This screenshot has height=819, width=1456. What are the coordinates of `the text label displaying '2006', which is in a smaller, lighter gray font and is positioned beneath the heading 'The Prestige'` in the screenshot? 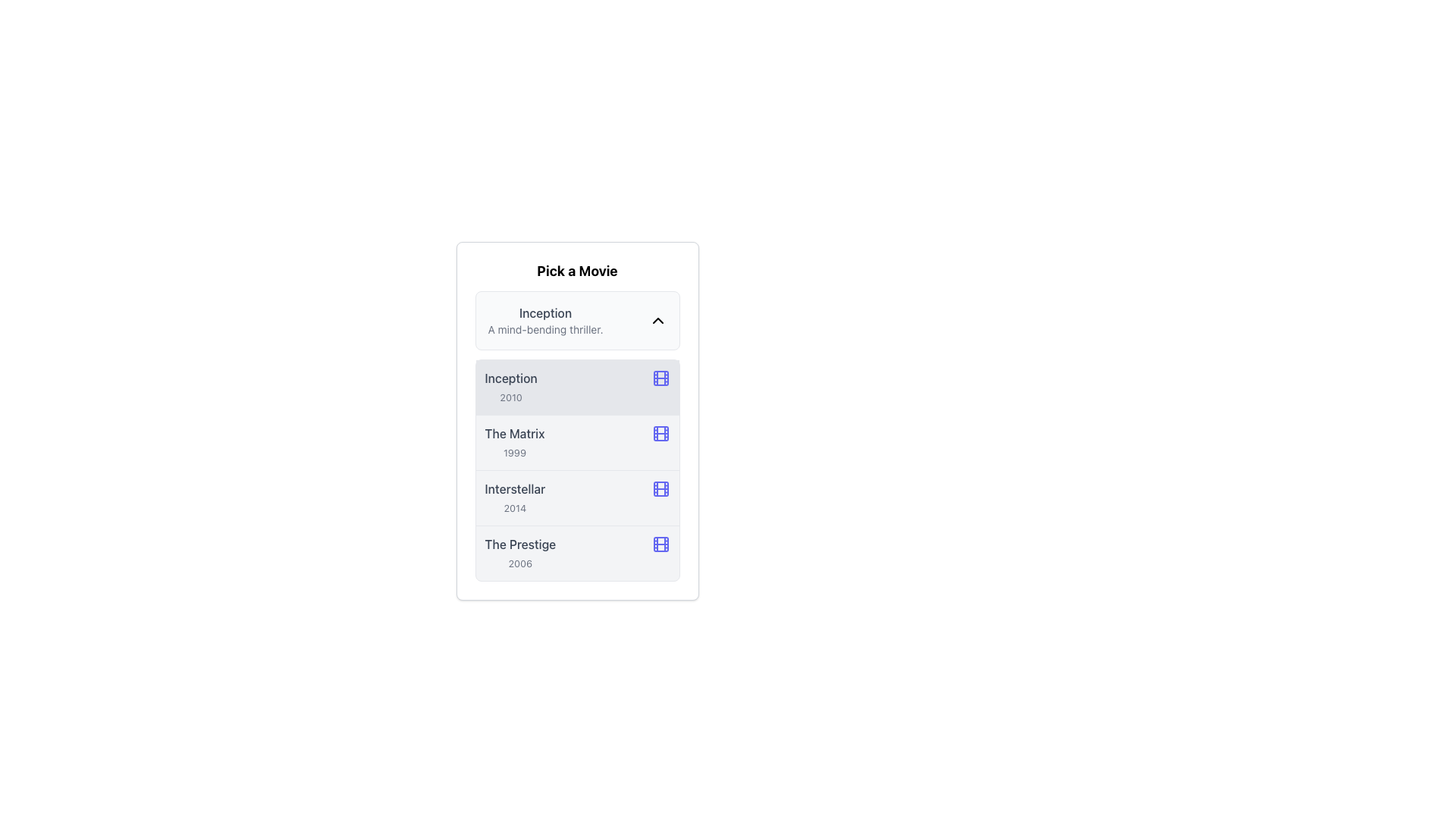 It's located at (520, 563).